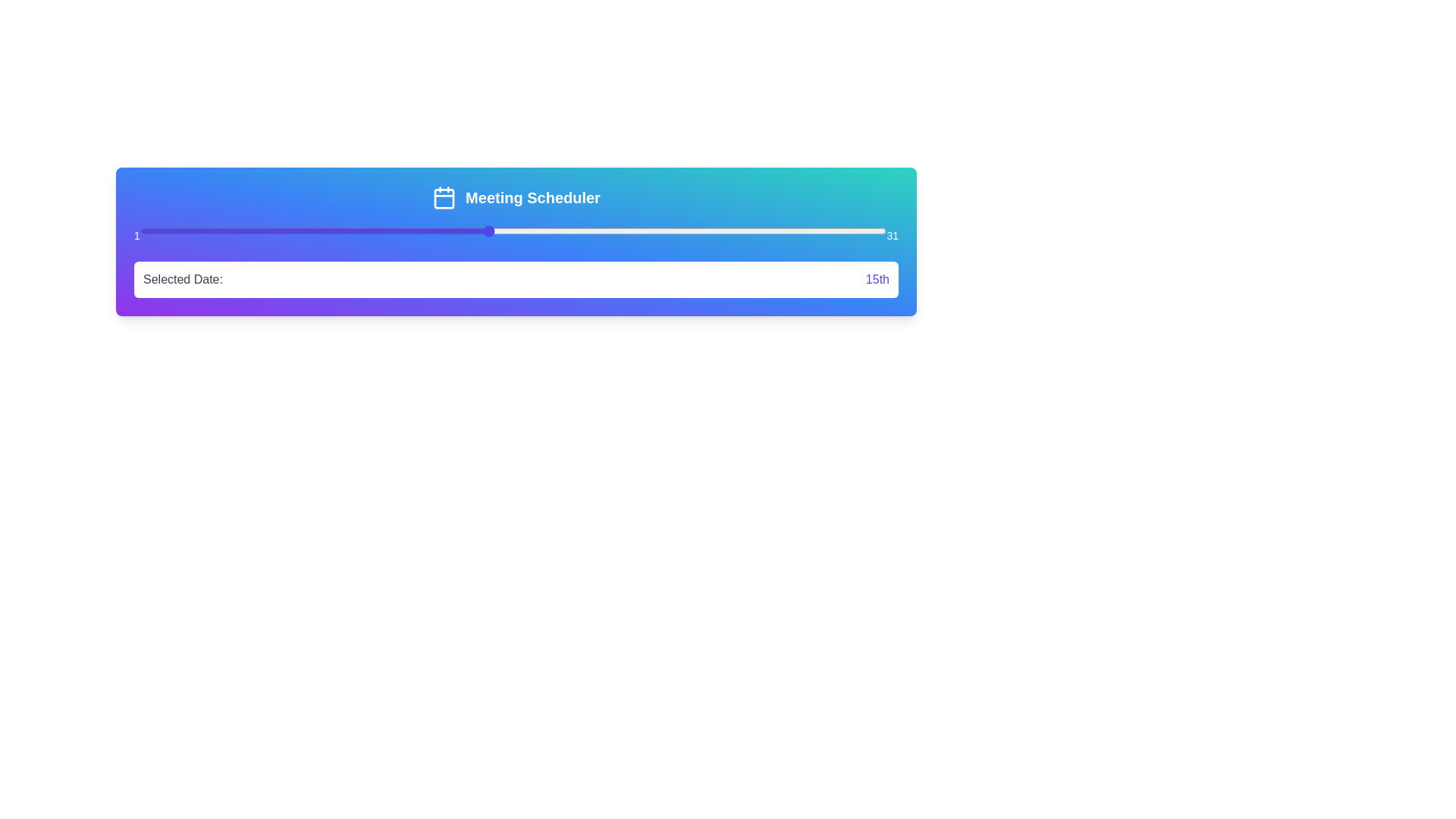 This screenshot has width=1456, height=819. What do you see at coordinates (444, 197) in the screenshot?
I see `the calendar icon located at the top-left of the 'Meeting Scheduler' component` at bounding box center [444, 197].